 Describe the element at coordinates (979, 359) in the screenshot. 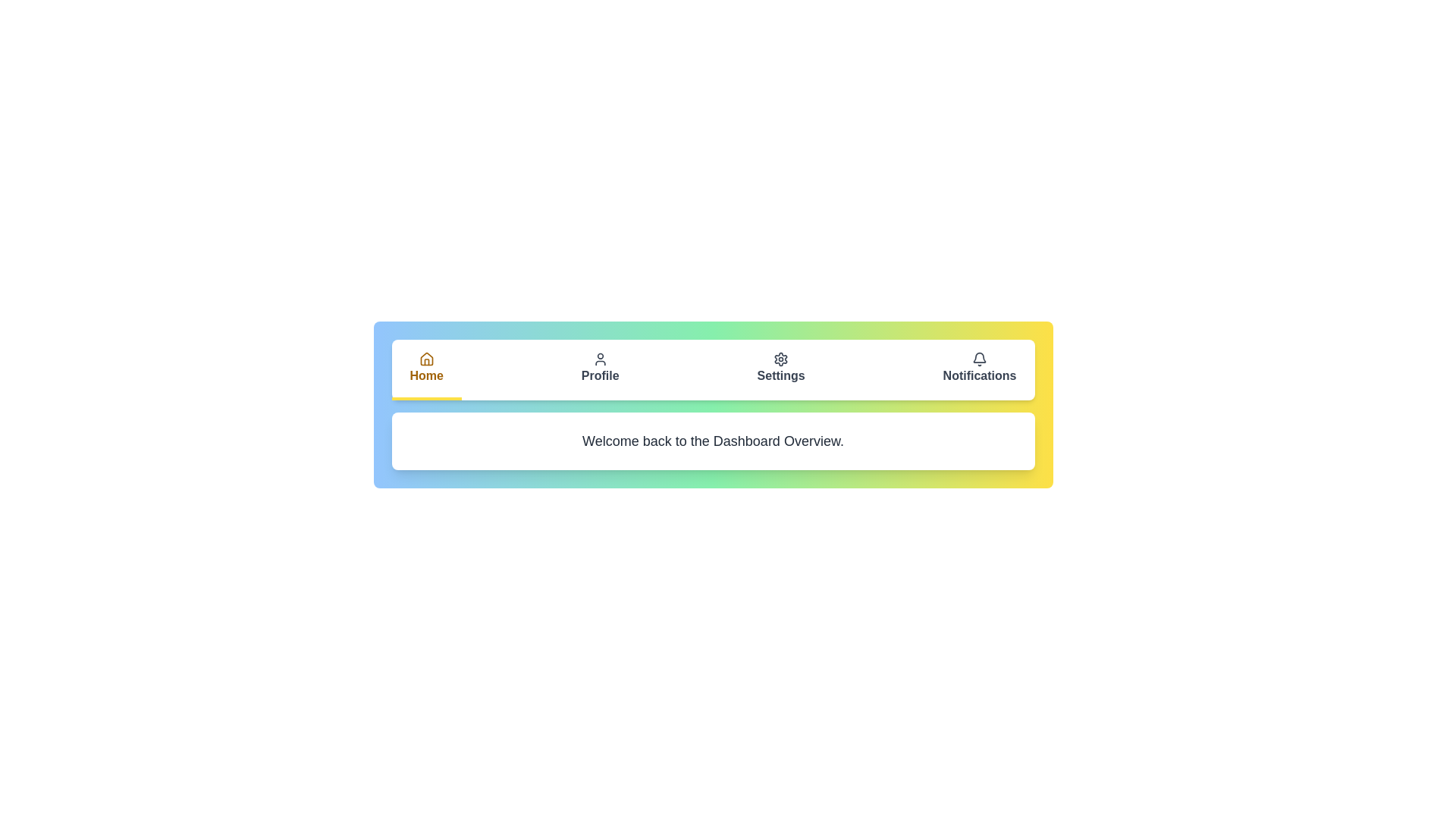

I see `the notifications icon located at the rightmost position of the top navigation bar, which signifies alerts or updates for the user` at that location.